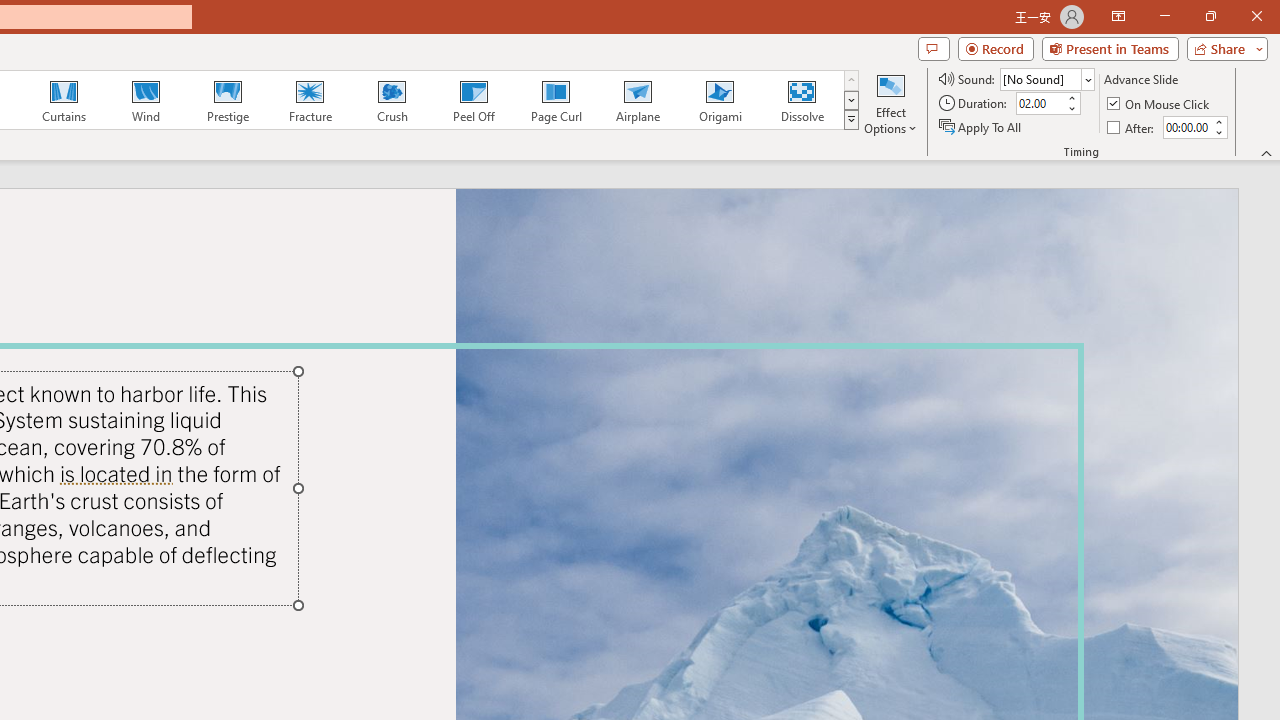 Image resolution: width=1280 pixels, height=720 pixels. What do you see at coordinates (555, 100) in the screenshot?
I see `'Page Curl'` at bounding box center [555, 100].